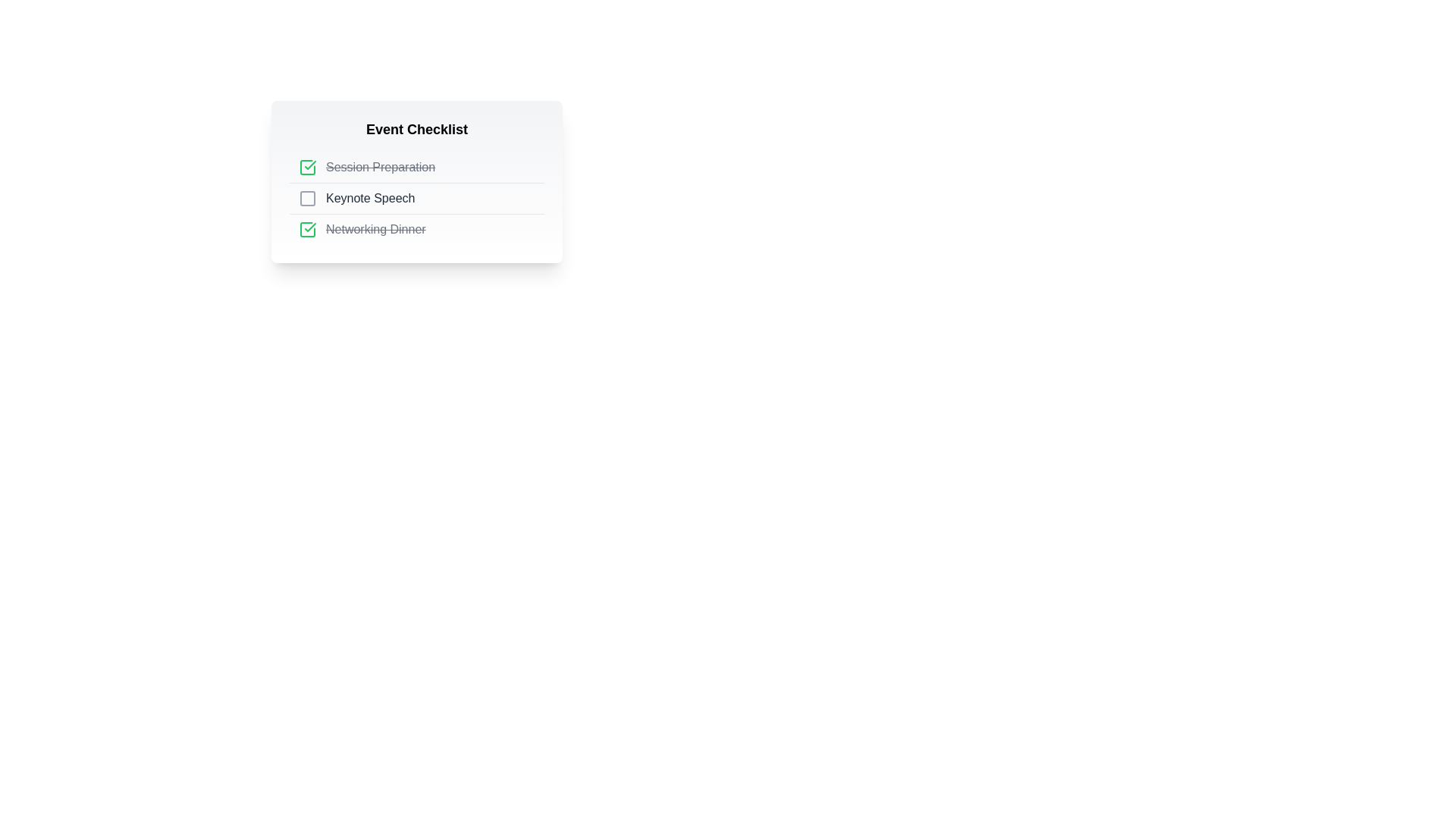 This screenshot has height=819, width=1456. What do you see at coordinates (370, 198) in the screenshot?
I see `the 'Keynote Speech' text label, which is the second item in the 'Event Checklist' section, located between 'Session Preparation' and 'Networking Dinner'` at bounding box center [370, 198].